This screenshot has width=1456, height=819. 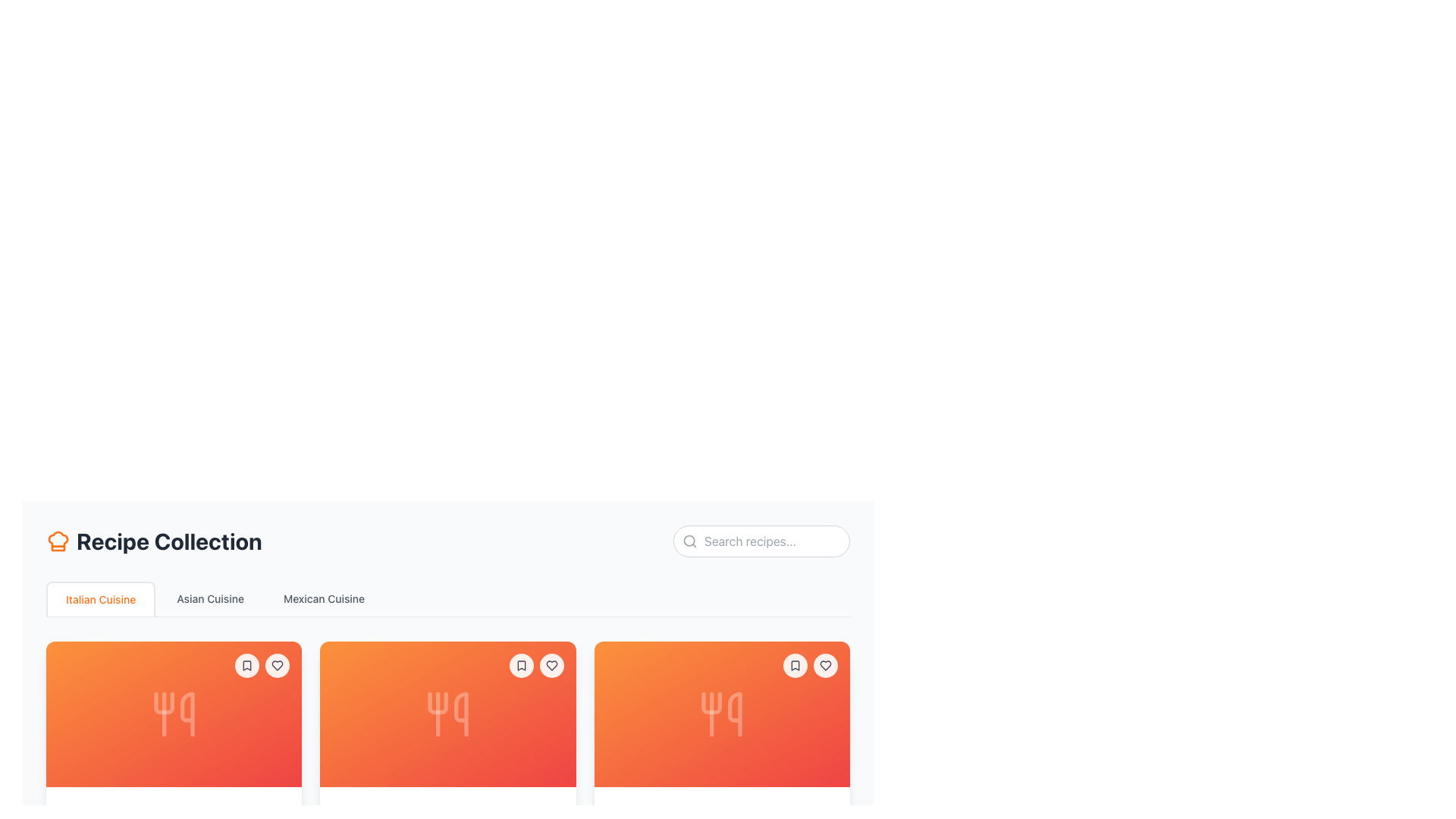 I want to click on the favorite icon located at the top-right corner of the first orange card in the grid layout to possibly reveal additional contextual information, so click(x=278, y=665).